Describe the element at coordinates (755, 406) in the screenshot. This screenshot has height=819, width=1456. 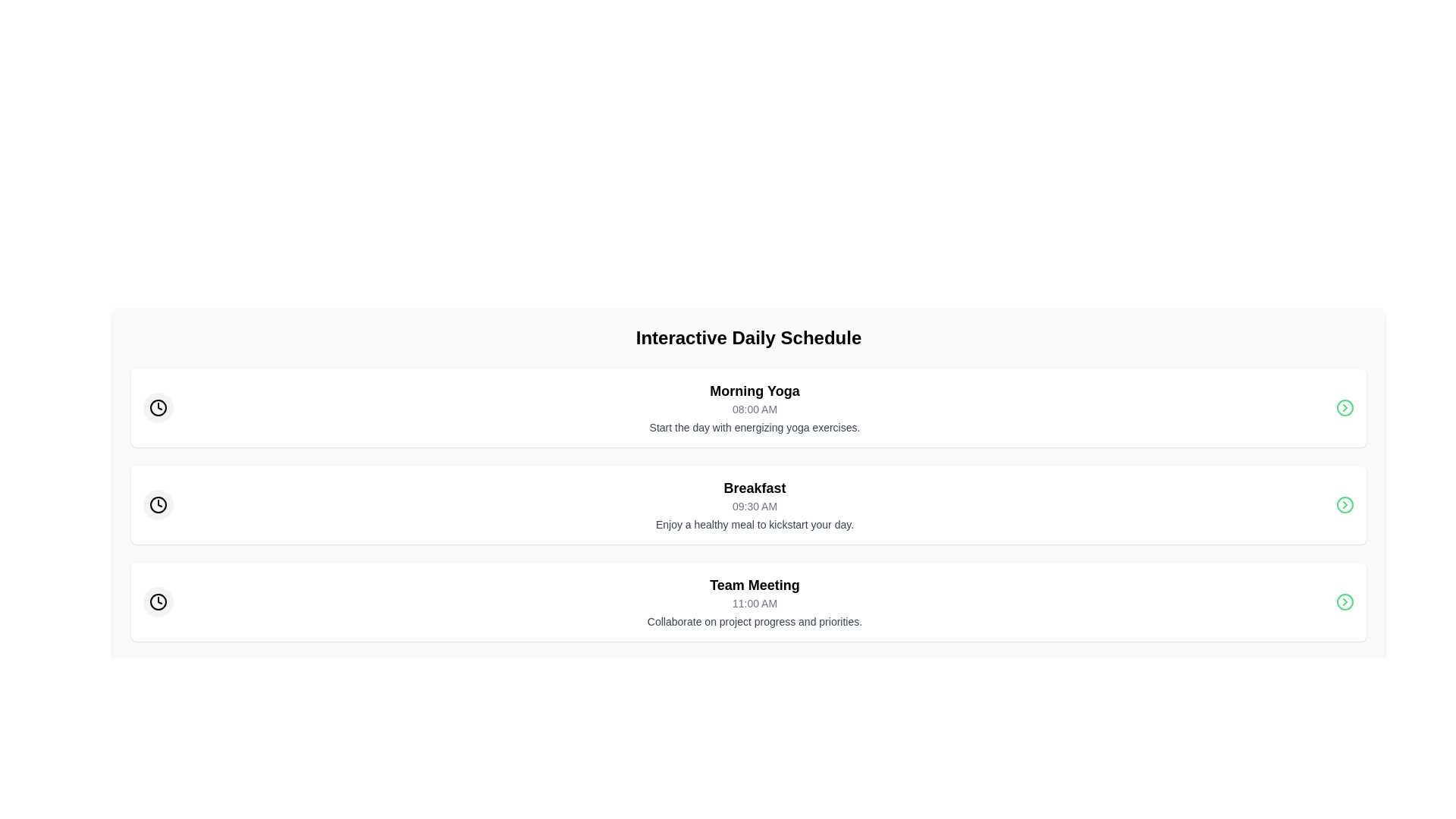
I see `the Text Component Group that details an event in the 'Interactive Daily Schedule', positioned above the 'Breakfast' entry` at that location.